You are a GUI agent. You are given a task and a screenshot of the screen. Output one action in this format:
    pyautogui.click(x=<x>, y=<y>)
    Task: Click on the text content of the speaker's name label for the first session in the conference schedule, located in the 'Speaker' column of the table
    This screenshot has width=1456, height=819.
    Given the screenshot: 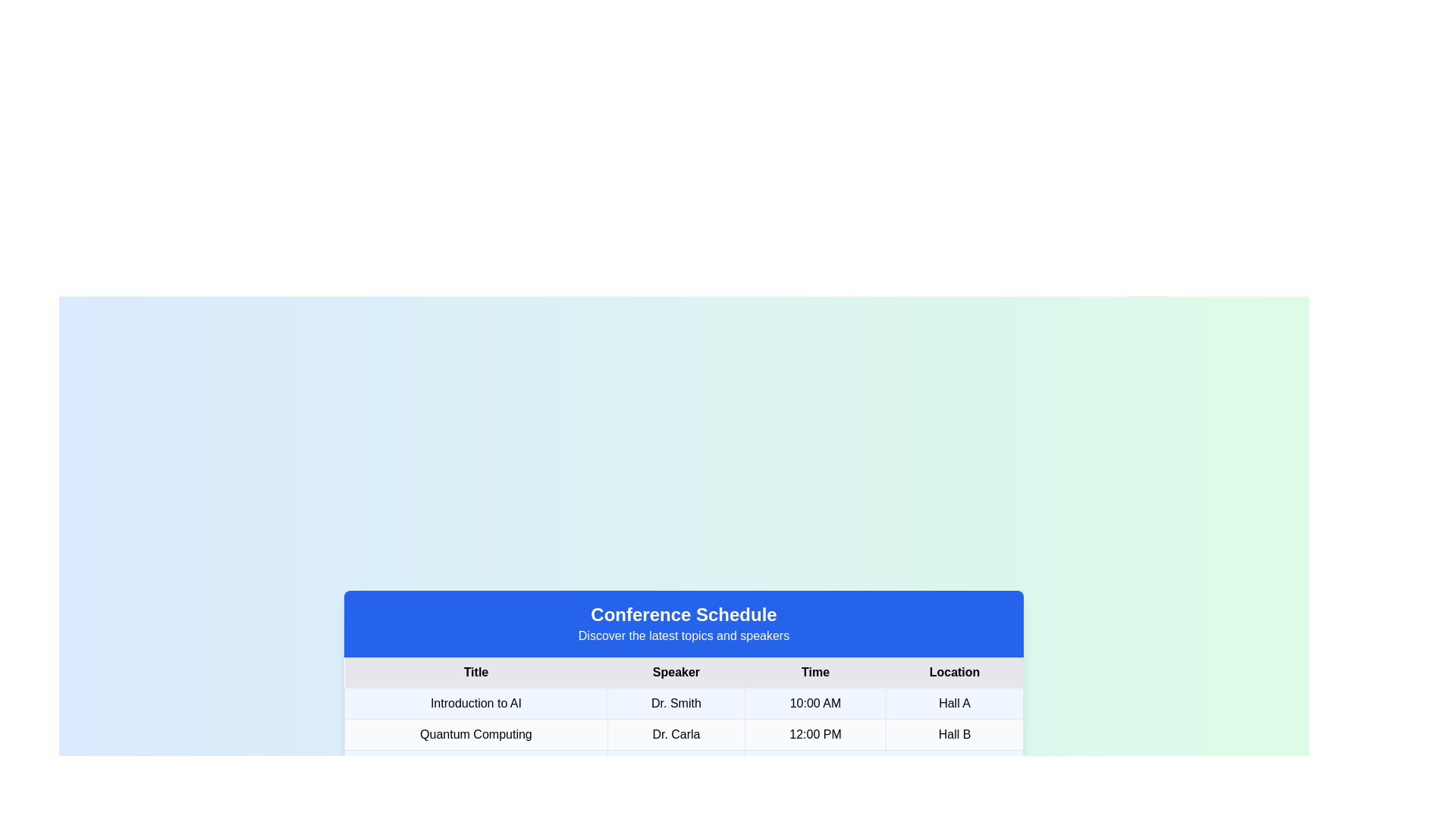 What is the action you would take?
    pyautogui.click(x=676, y=704)
    